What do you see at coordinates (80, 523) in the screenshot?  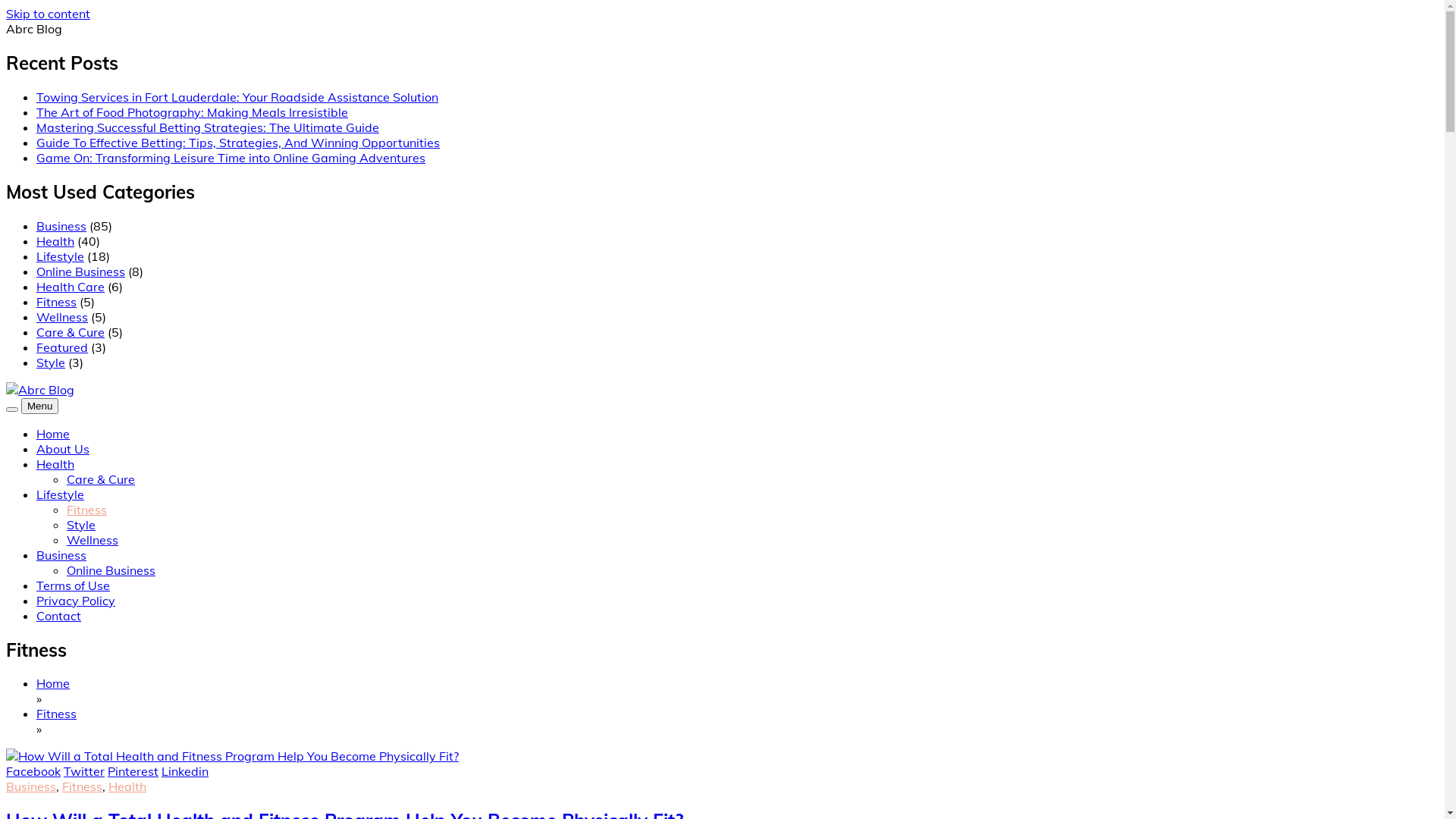 I see `'Style'` at bounding box center [80, 523].